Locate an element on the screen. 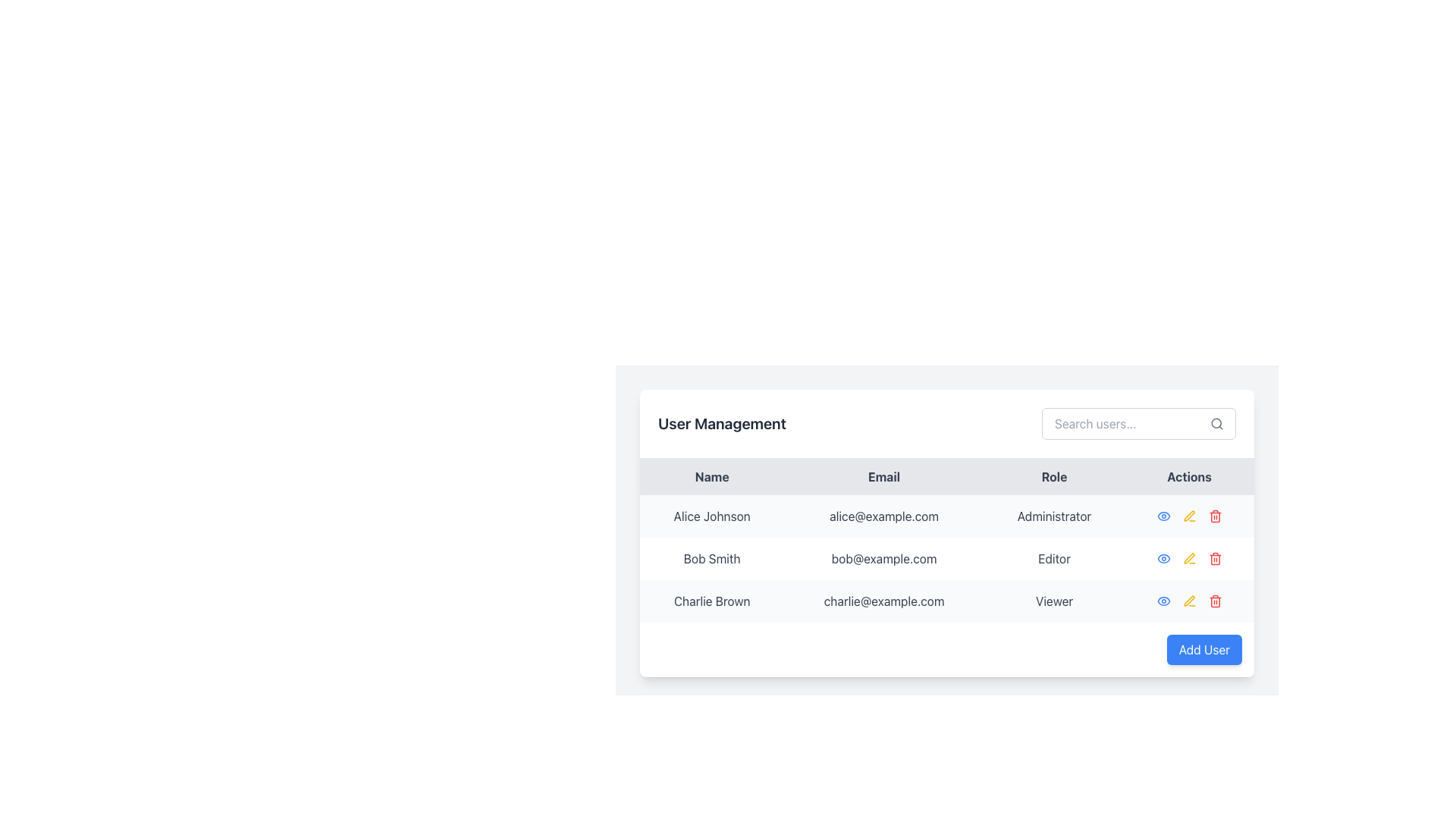 The image size is (1456, 819). the text label displaying 'Alice Johnson' is located at coordinates (711, 516).